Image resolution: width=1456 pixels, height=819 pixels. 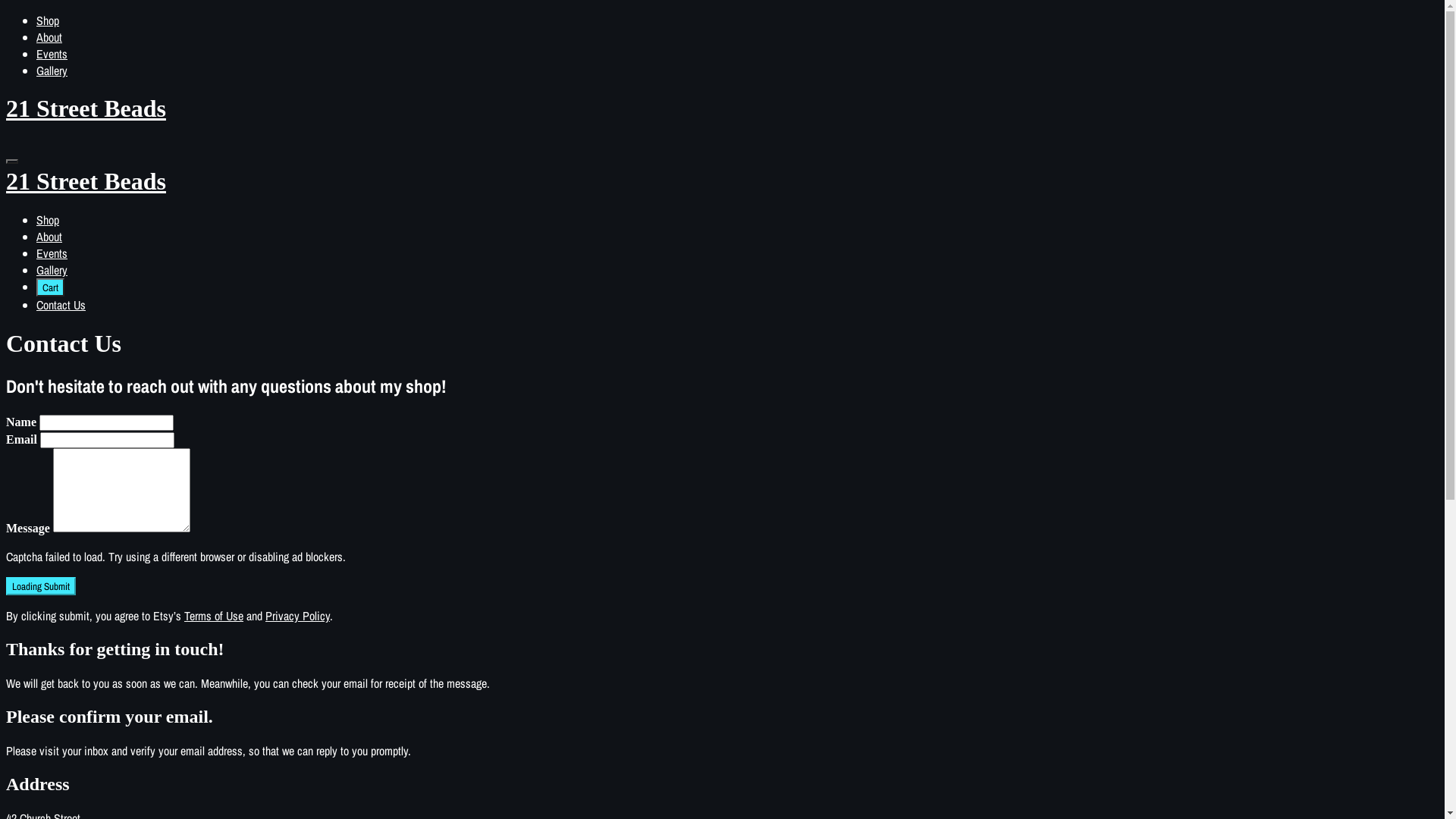 What do you see at coordinates (721, 108) in the screenshot?
I see `'21 Street Beads'` at bounding box center [721, 108].